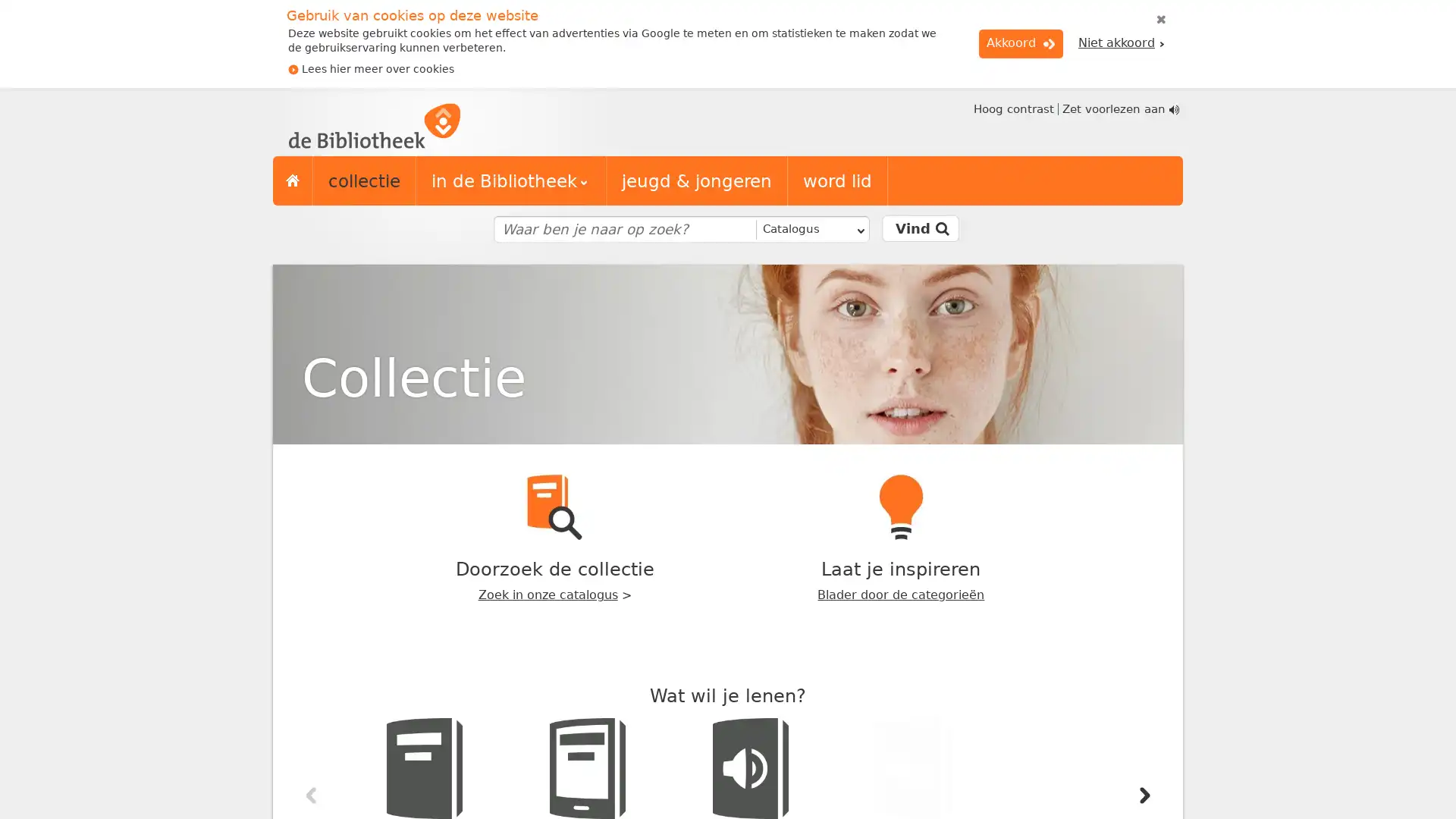 The height and width of the screenshot is (819, 1456). I want to click on Lees hier meer over cookies, so click(371, 69).